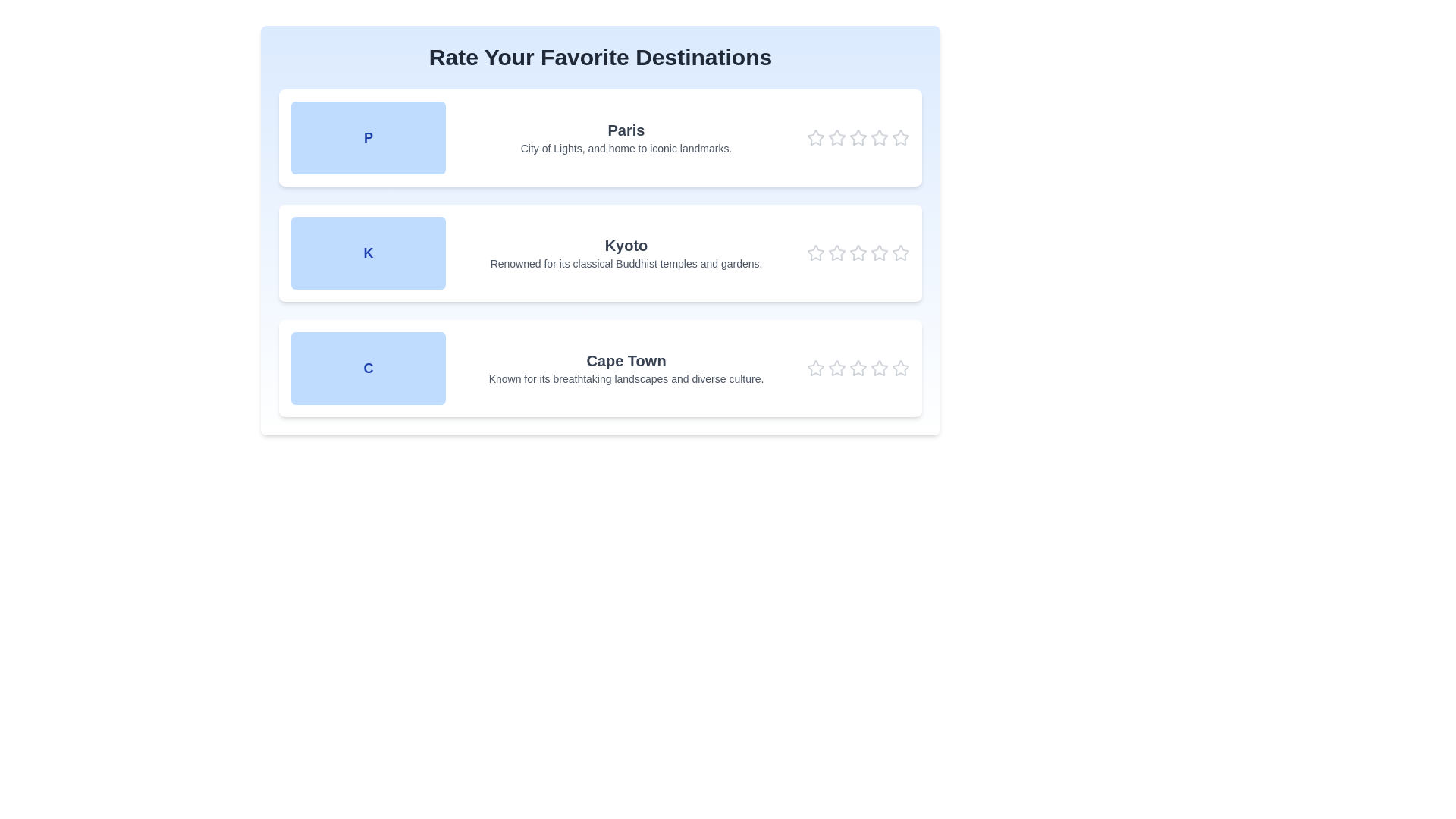  I want to click on the visual block with a light blue background and a bold 'K' in dark blue, so click(368, 253).